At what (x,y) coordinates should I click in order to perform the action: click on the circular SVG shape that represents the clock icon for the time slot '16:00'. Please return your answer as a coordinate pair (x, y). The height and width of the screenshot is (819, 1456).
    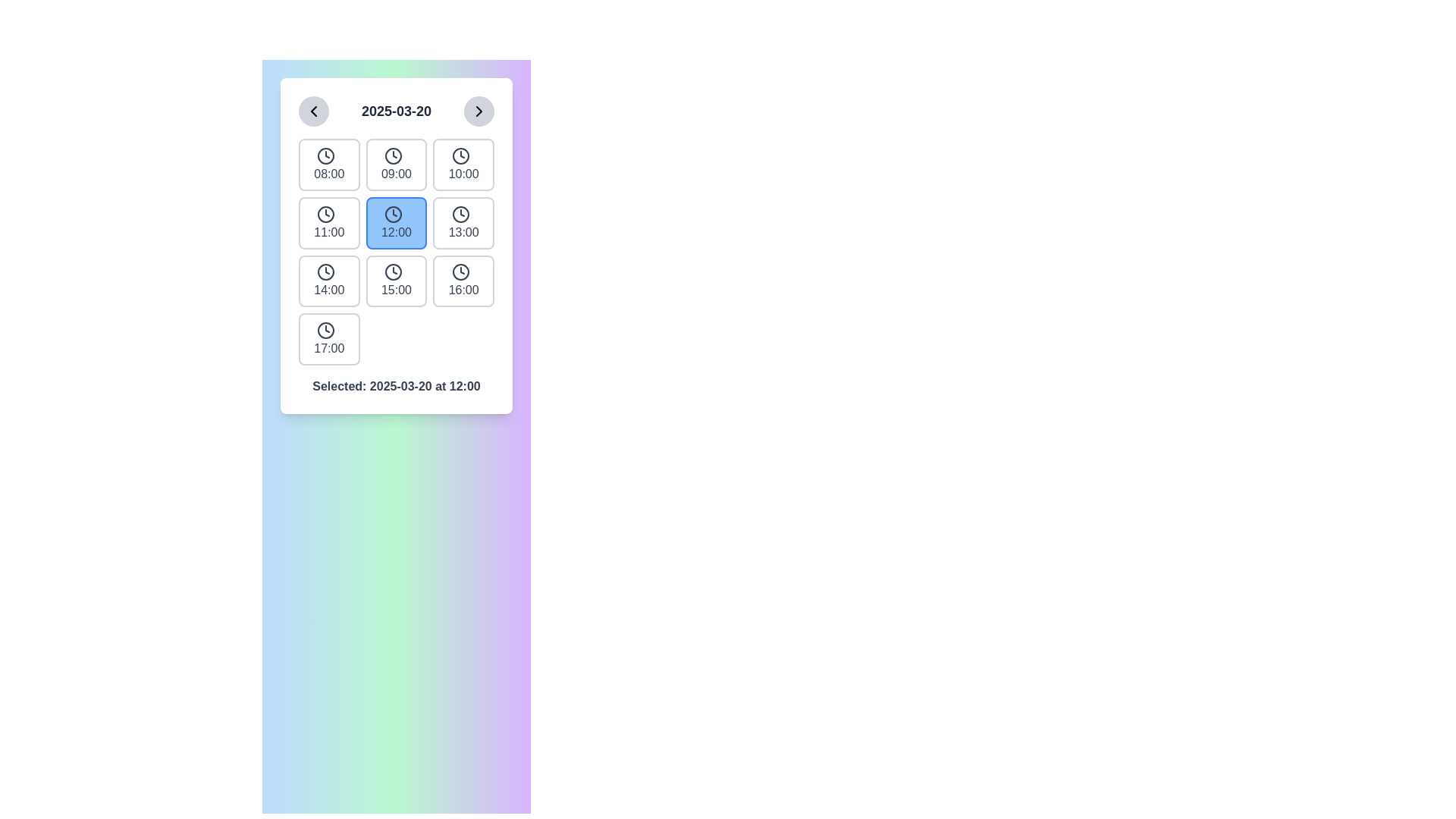
    Looking at the image, I should click on (460, 271).